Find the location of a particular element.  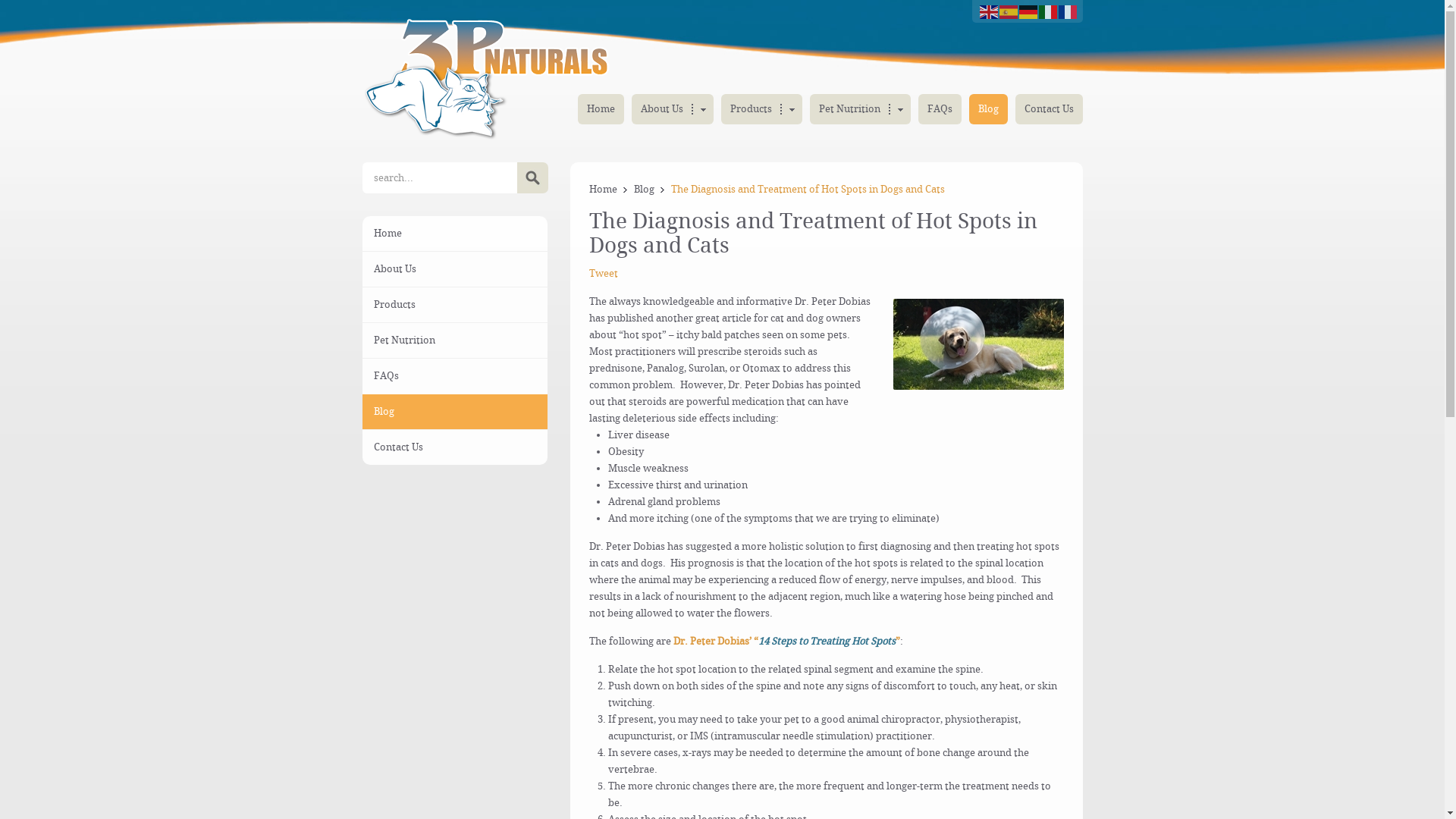

'Deutsch' is located at coordinates (1029, 11).